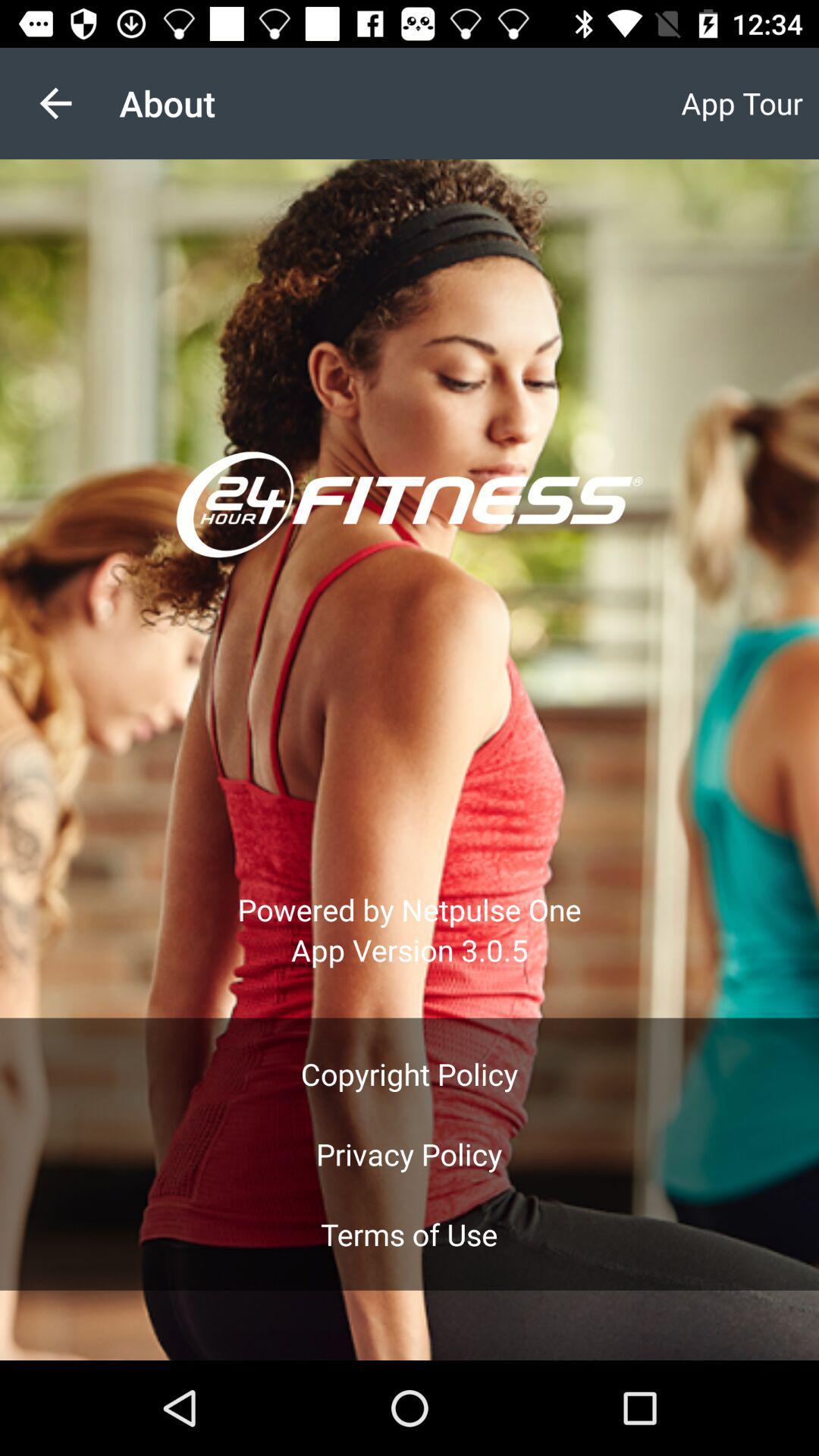  Describe the element at coordinates (408, 1153) in the screenshot. I see `the icon below the copyright policy item` at that location.